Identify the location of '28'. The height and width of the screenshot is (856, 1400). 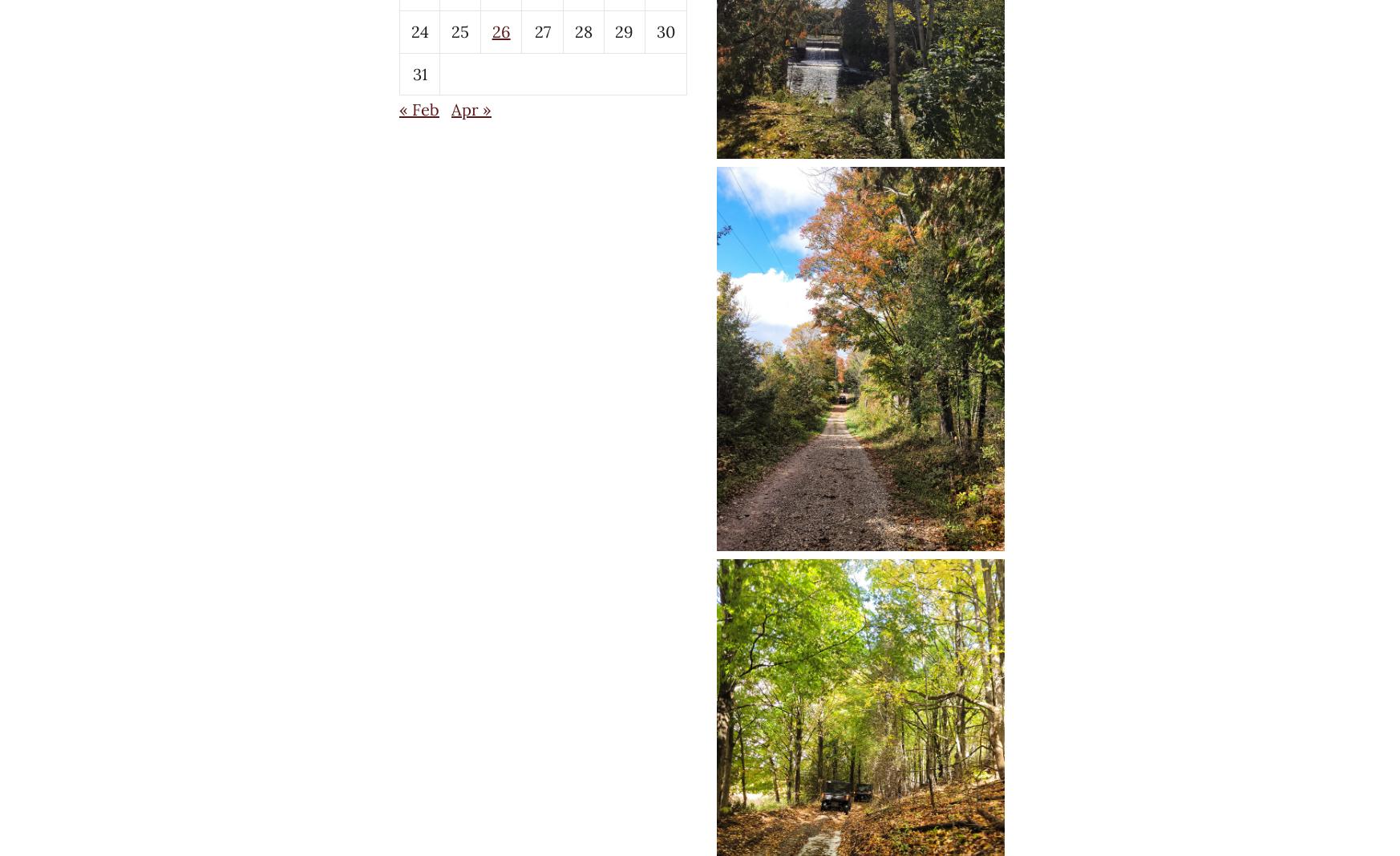
(582, 30).